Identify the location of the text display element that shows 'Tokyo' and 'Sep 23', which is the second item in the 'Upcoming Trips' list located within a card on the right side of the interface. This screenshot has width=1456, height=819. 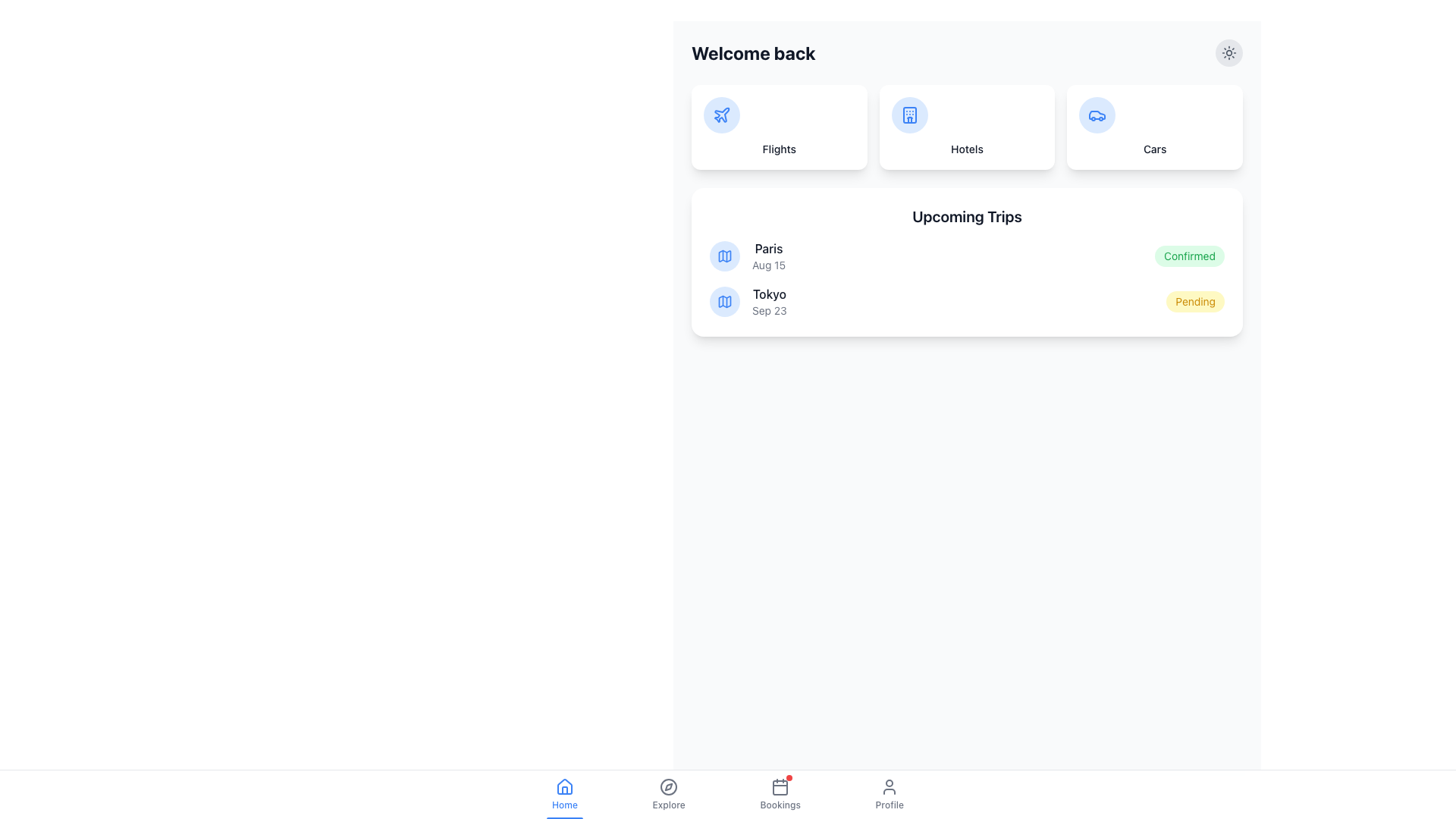
(769, 301).